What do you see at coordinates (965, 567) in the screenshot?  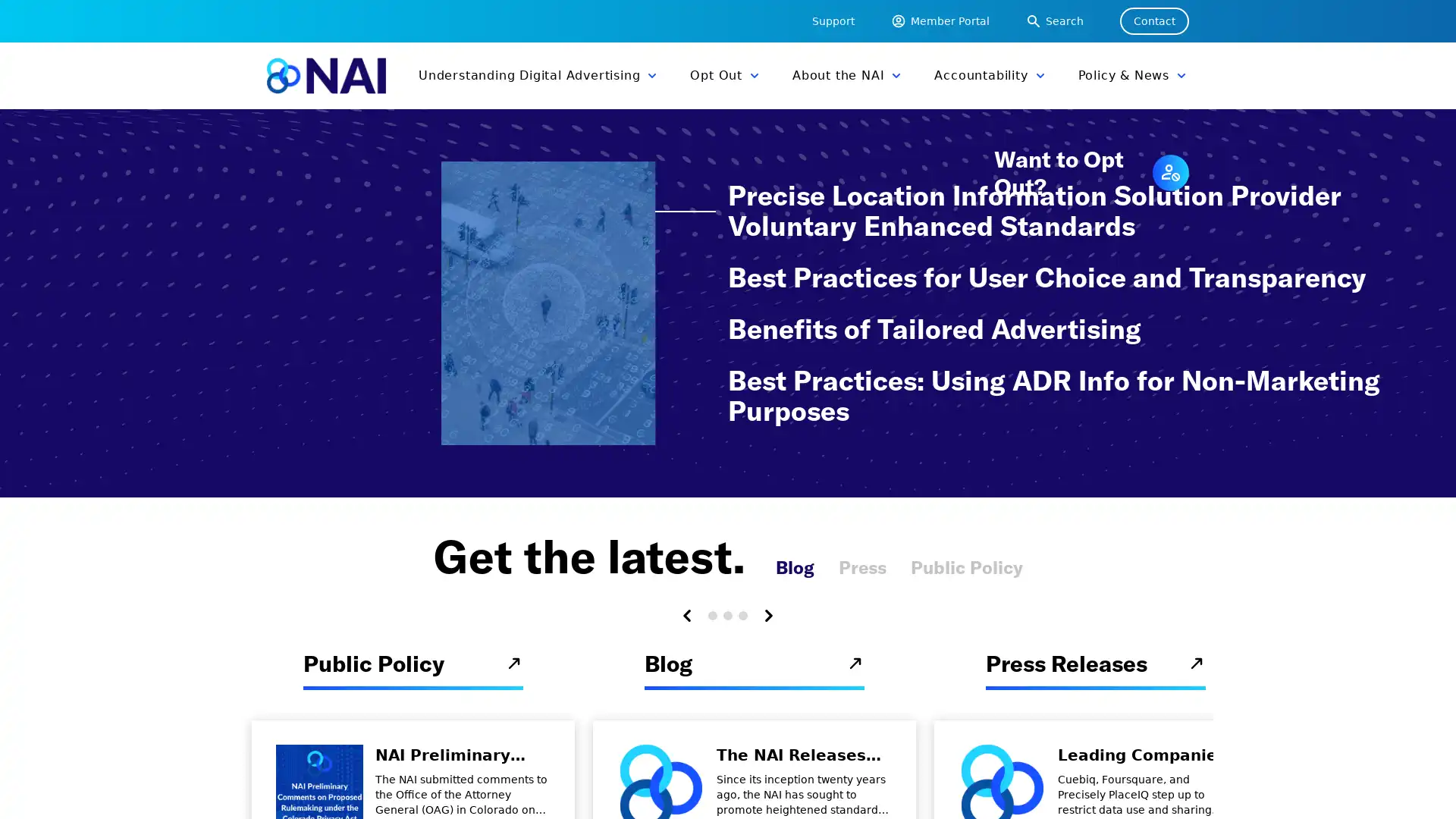 I see `Public Policy` at bounding box center [965, 567].